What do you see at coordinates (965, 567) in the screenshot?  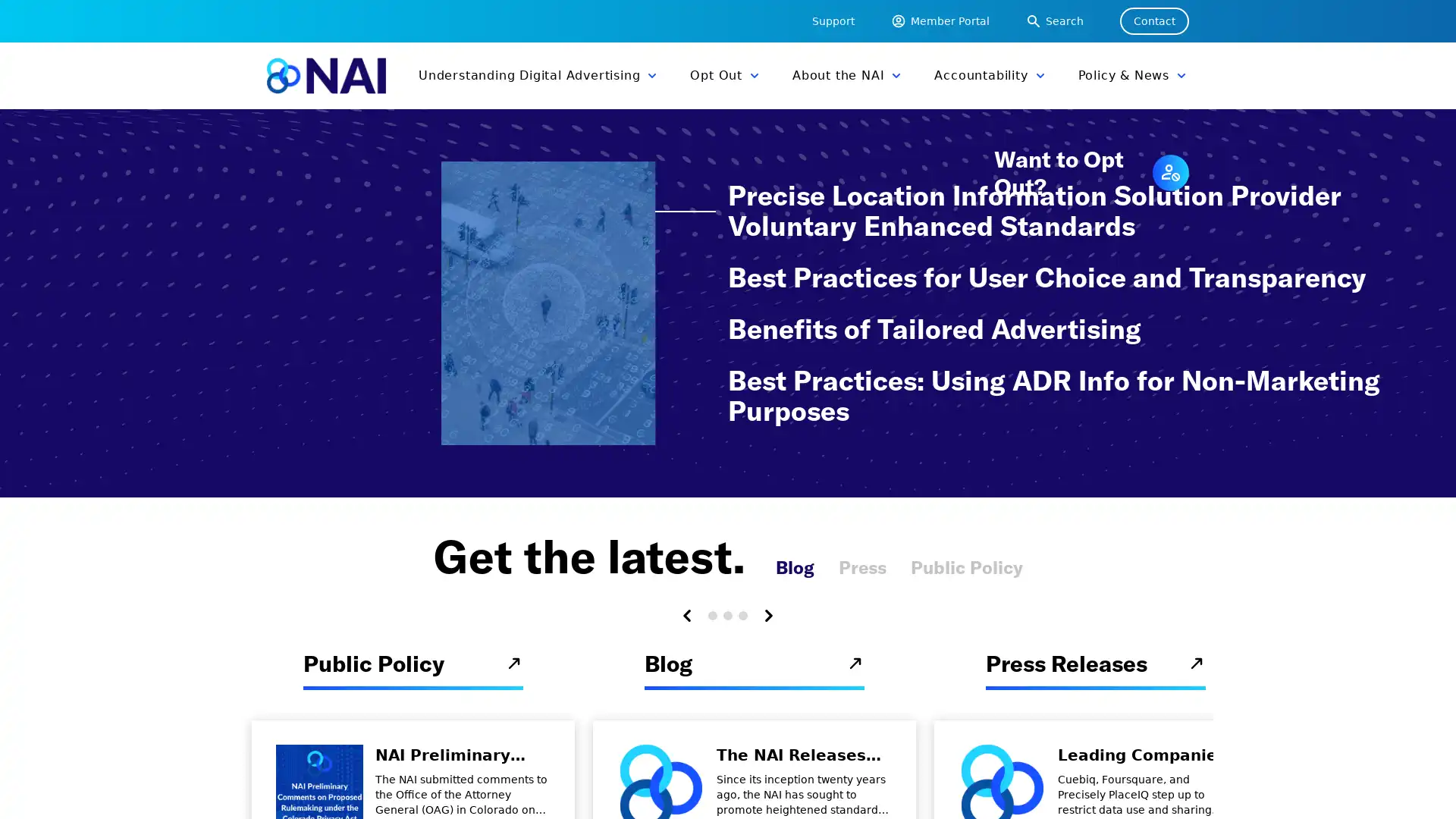 I see `Public Policy` at bounding box center [965, 567].